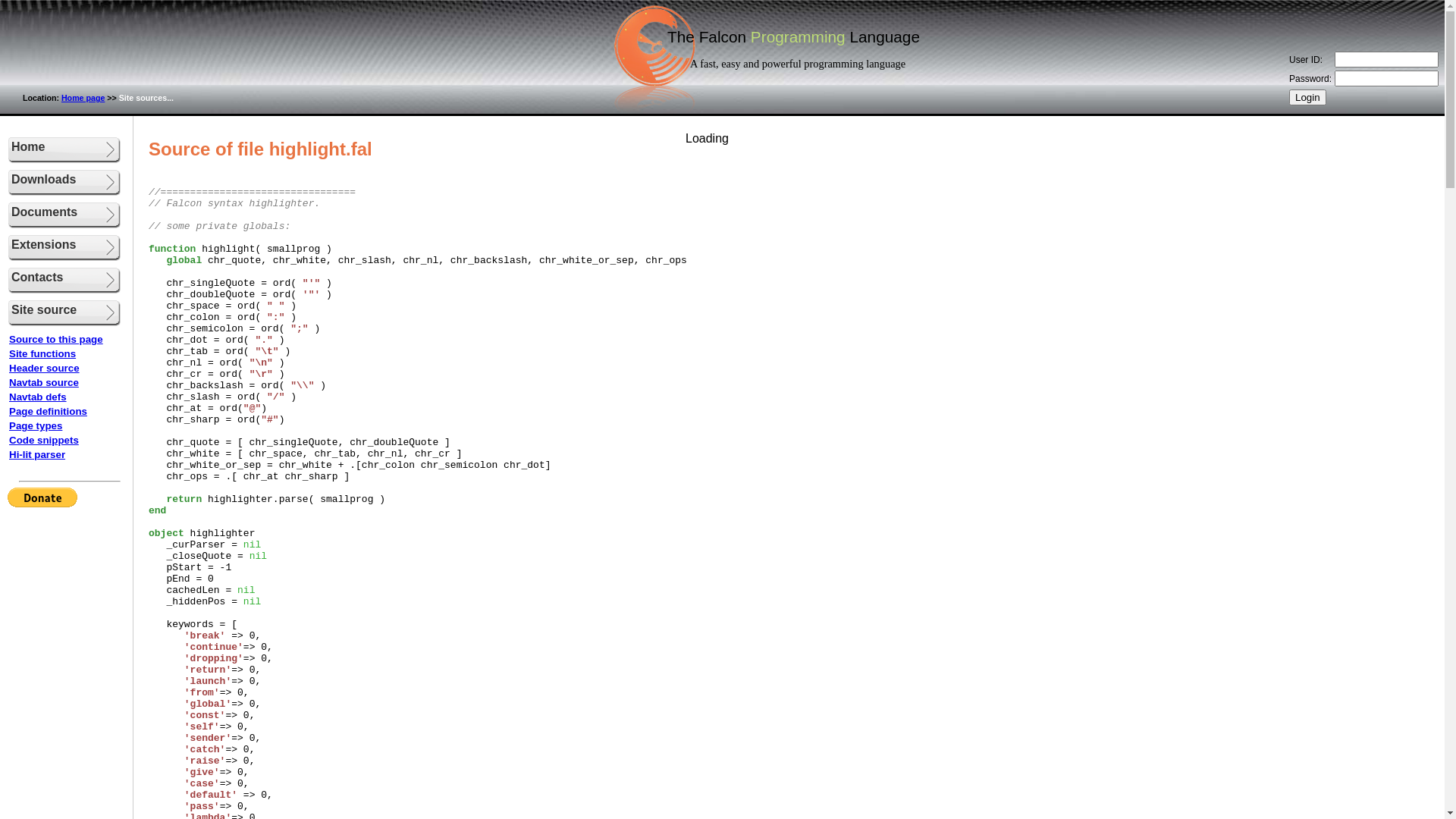  What do you see at coordinates (37, 396) in the screenshot?
I see `'Navtab defs'` at bounding box center [37, 396].